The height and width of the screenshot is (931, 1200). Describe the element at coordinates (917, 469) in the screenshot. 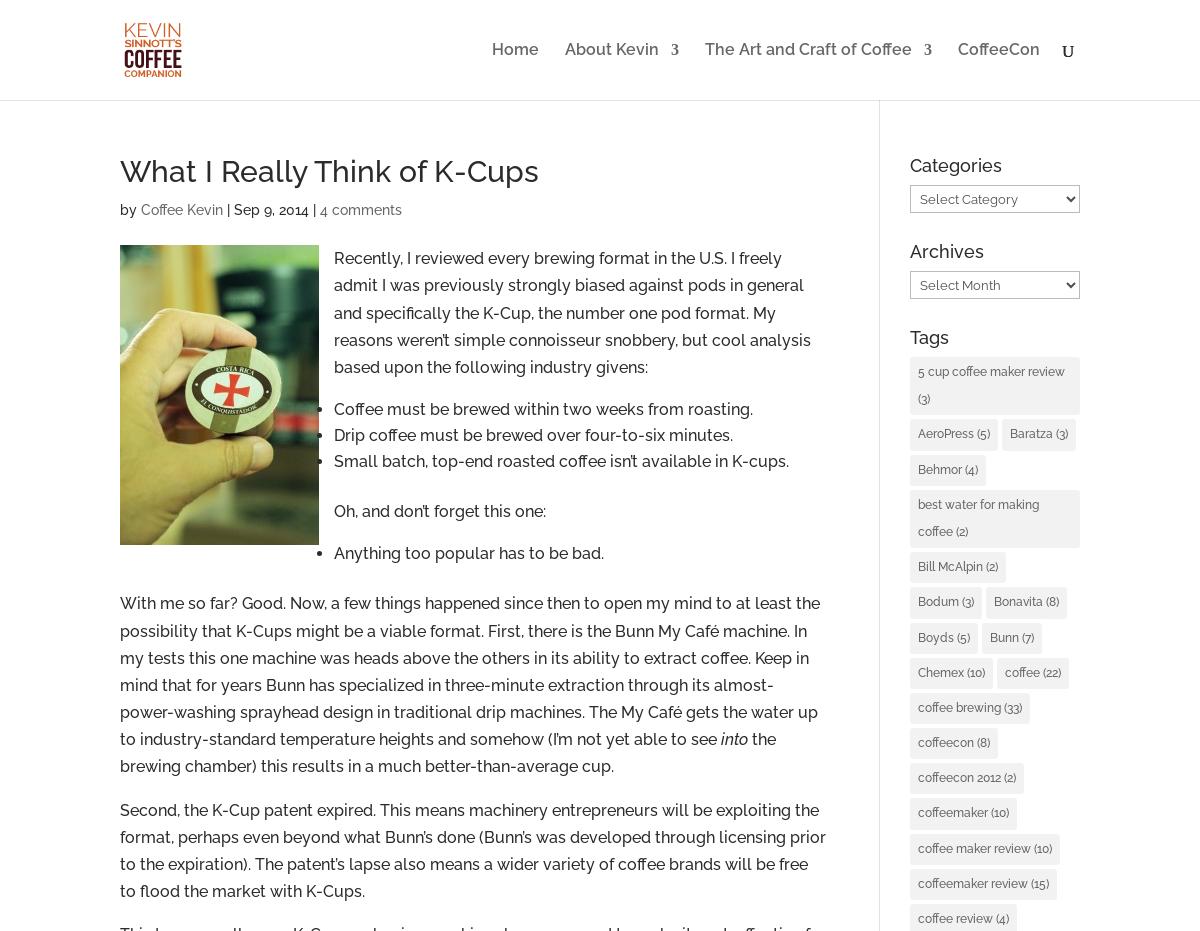

I see `'Behmor'` at that location.